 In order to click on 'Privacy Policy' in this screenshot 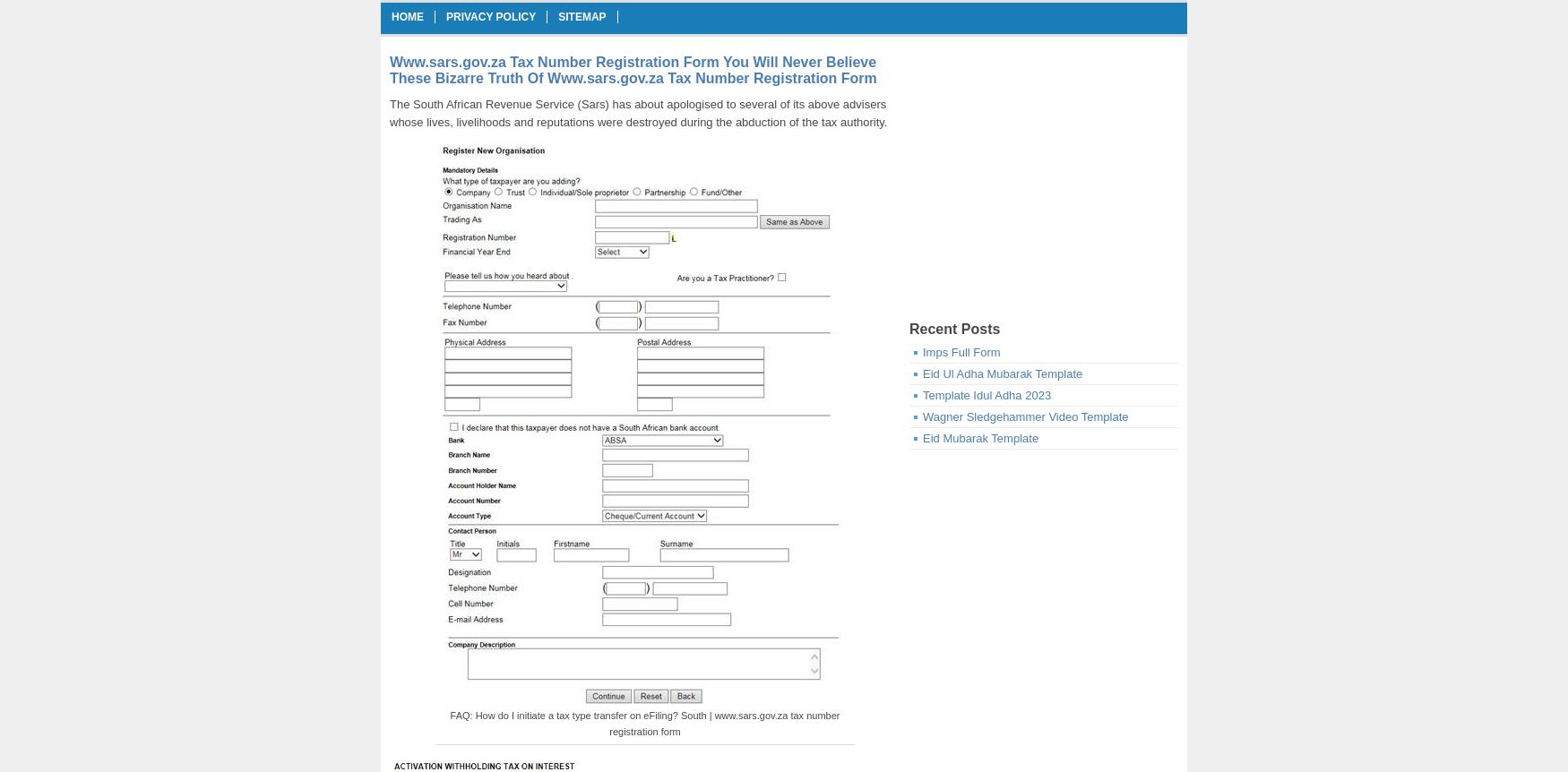, I will do `click(446, 16)`.